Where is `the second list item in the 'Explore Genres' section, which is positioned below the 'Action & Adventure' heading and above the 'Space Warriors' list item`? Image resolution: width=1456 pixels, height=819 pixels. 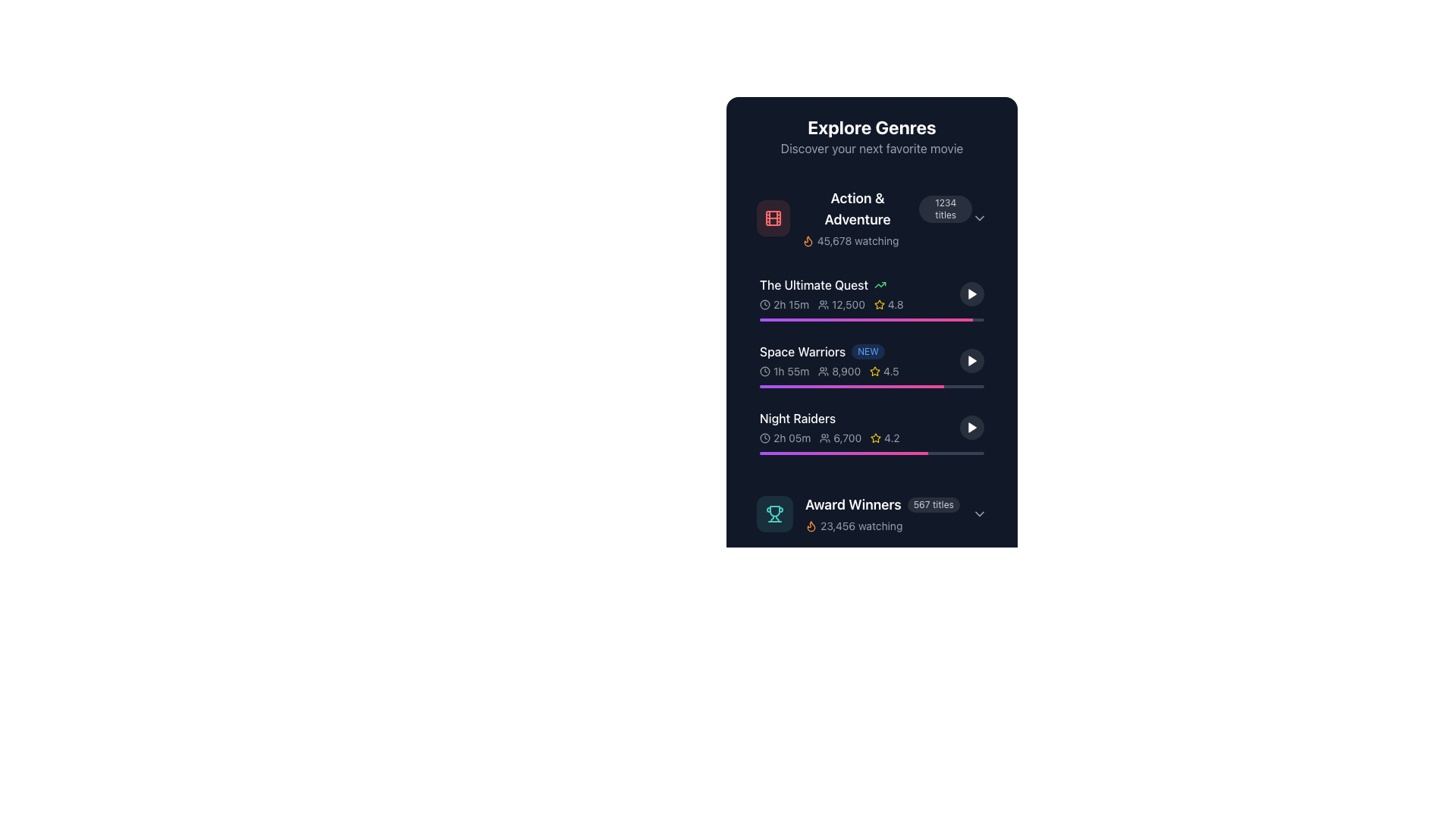
the second list item in the 'Explore Genres' section, which is positioned below the 'Action & Adventure' heading and above the 'Space Warriors' list item is located at coordinates (859, 294).